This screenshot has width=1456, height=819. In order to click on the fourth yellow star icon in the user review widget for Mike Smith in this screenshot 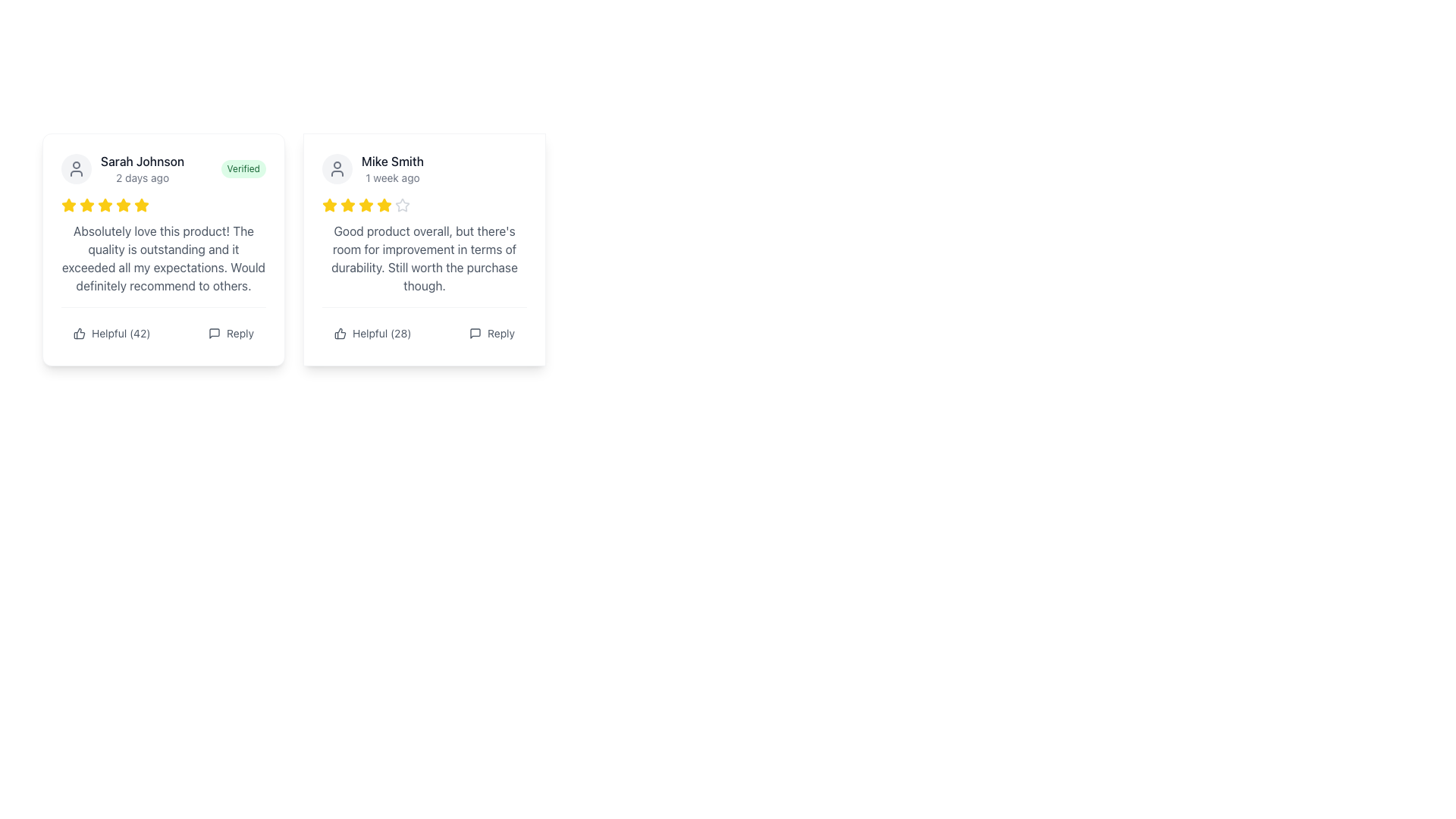, I will do `click(384, 205)`.